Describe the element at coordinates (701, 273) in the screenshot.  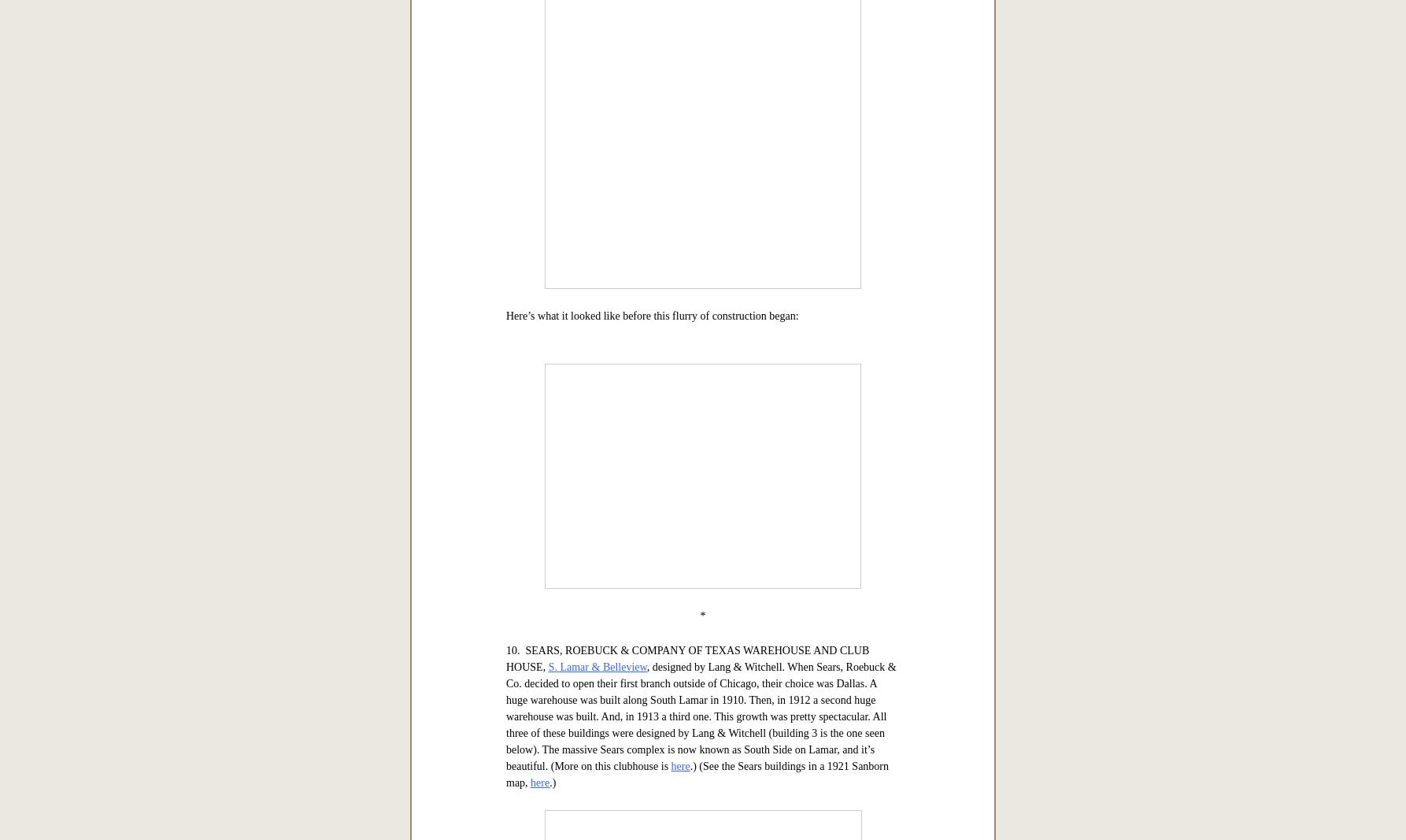
I see `'addition matching the rest of the store was built on the Elm Street side, resulting in a store taking up half a block of prime real estate (they would eventually own the entire block). More than a century later — now as part of El Centro College — the building still looks good. (See it on a 1905 Sanborn map,'` at that location.